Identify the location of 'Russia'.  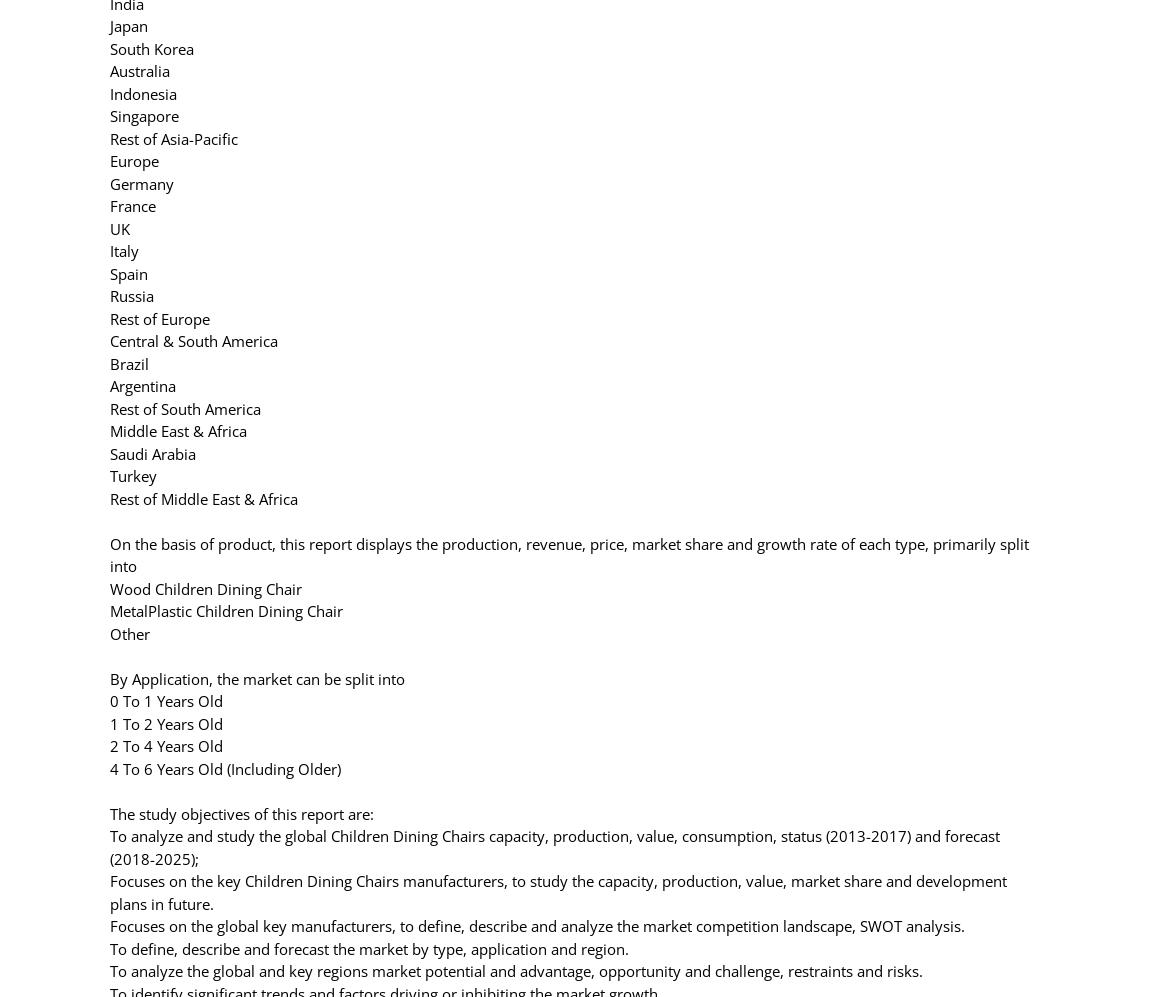
(109, 296).